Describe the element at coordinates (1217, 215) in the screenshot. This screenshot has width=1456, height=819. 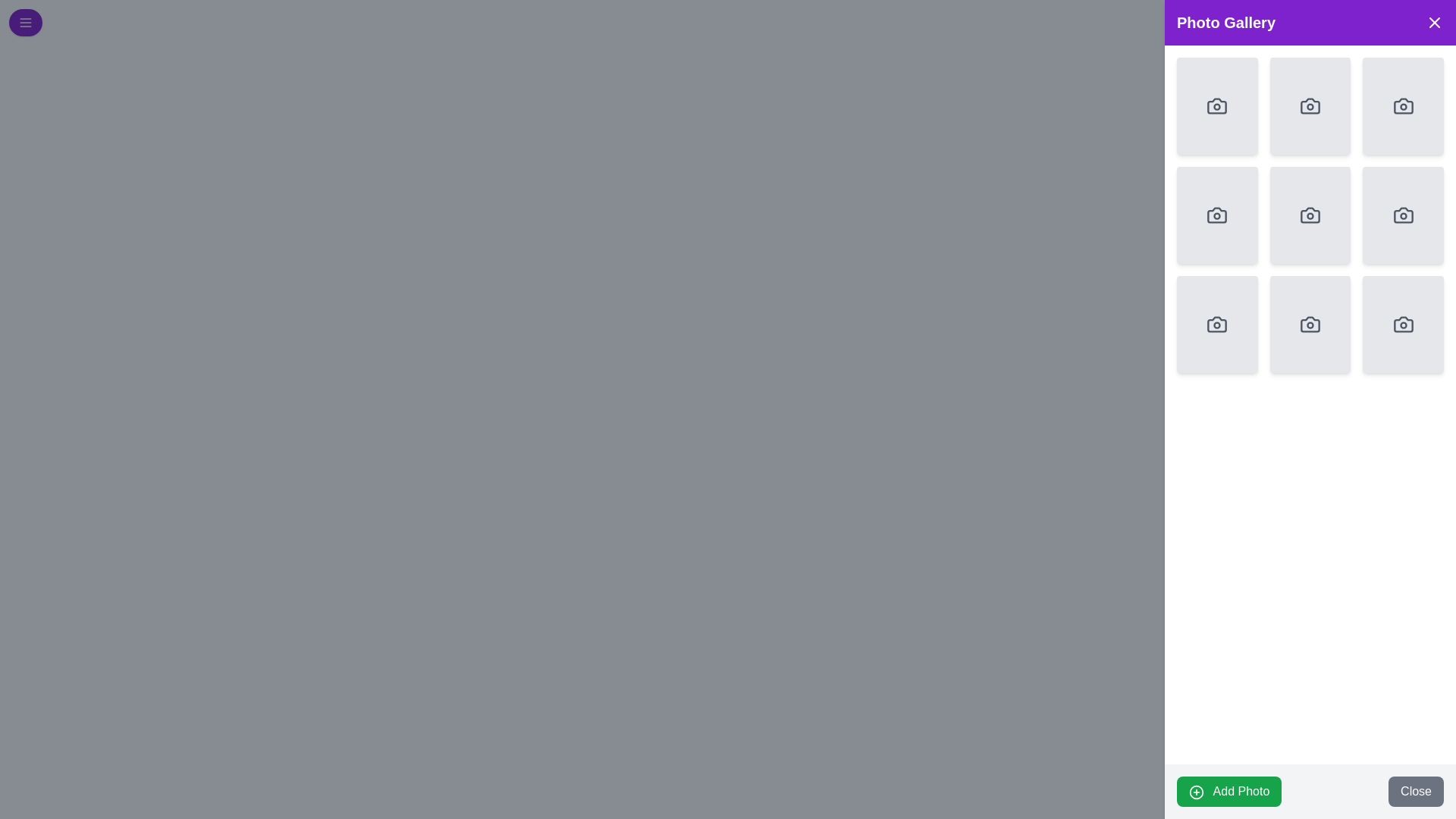
I see `the light gray card with rounded corners containing a centered dark gray camera icon located in the second row, first column of the grid on the right side of the application interface` at that location.